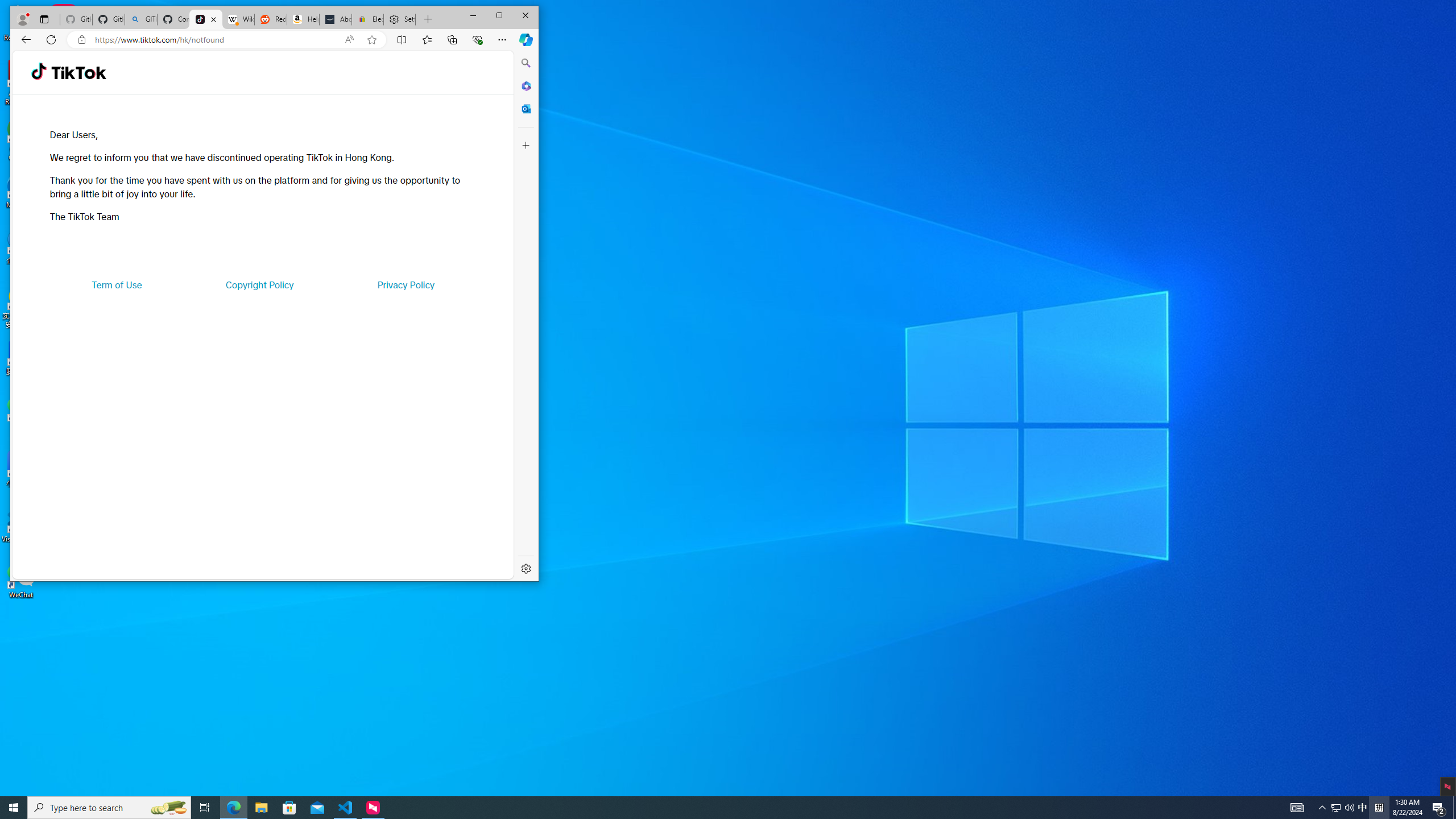 The width and height of the screenshot is (1456, 819). Describe the element at coordinates (167, 806) in the screenshot. I see `'Search highlights icon opens search home window'` at that location.